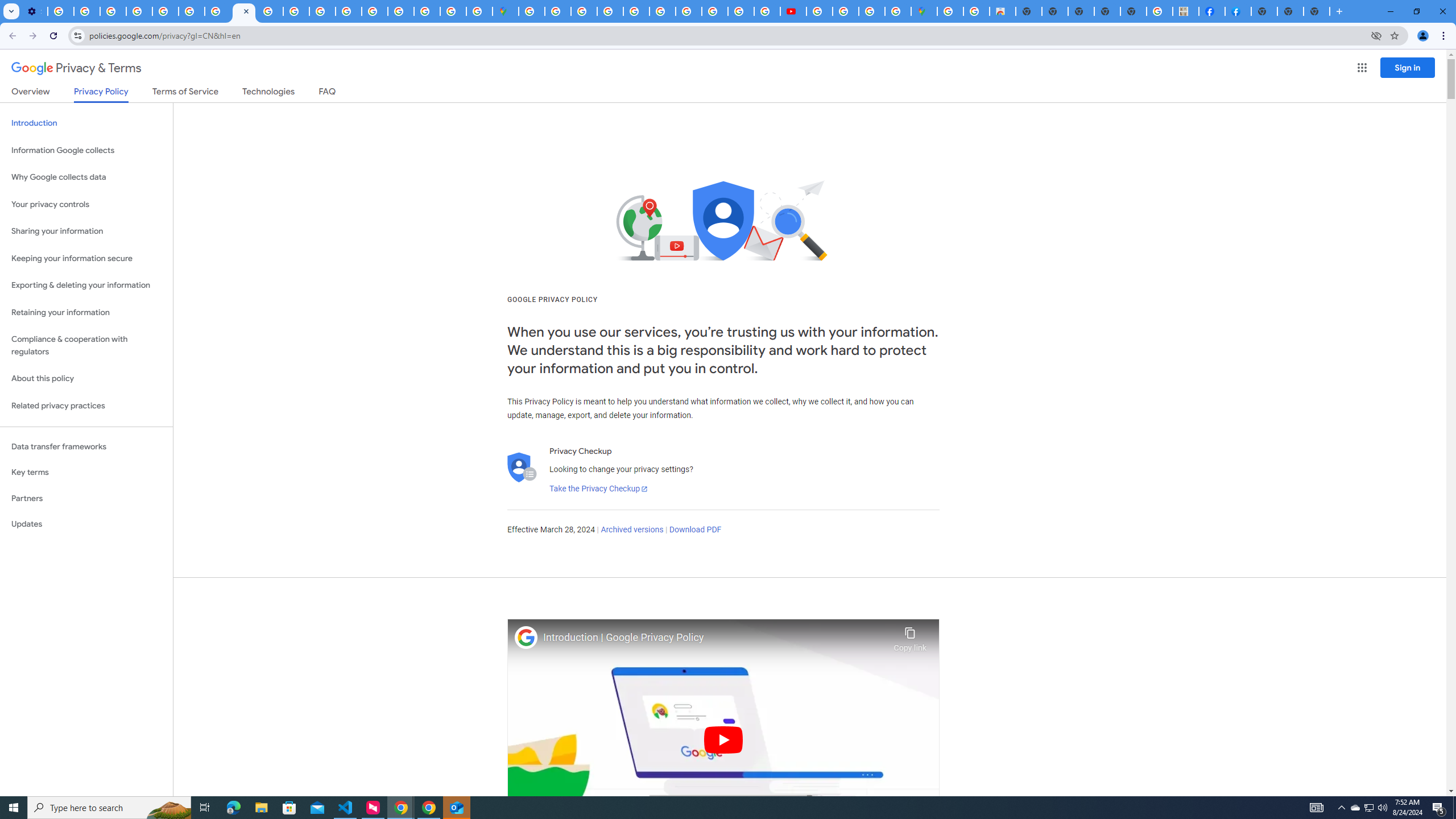 This screenshot has width=1456, height=819. I want to click on 'Why Google collects data', so click(86, 176).